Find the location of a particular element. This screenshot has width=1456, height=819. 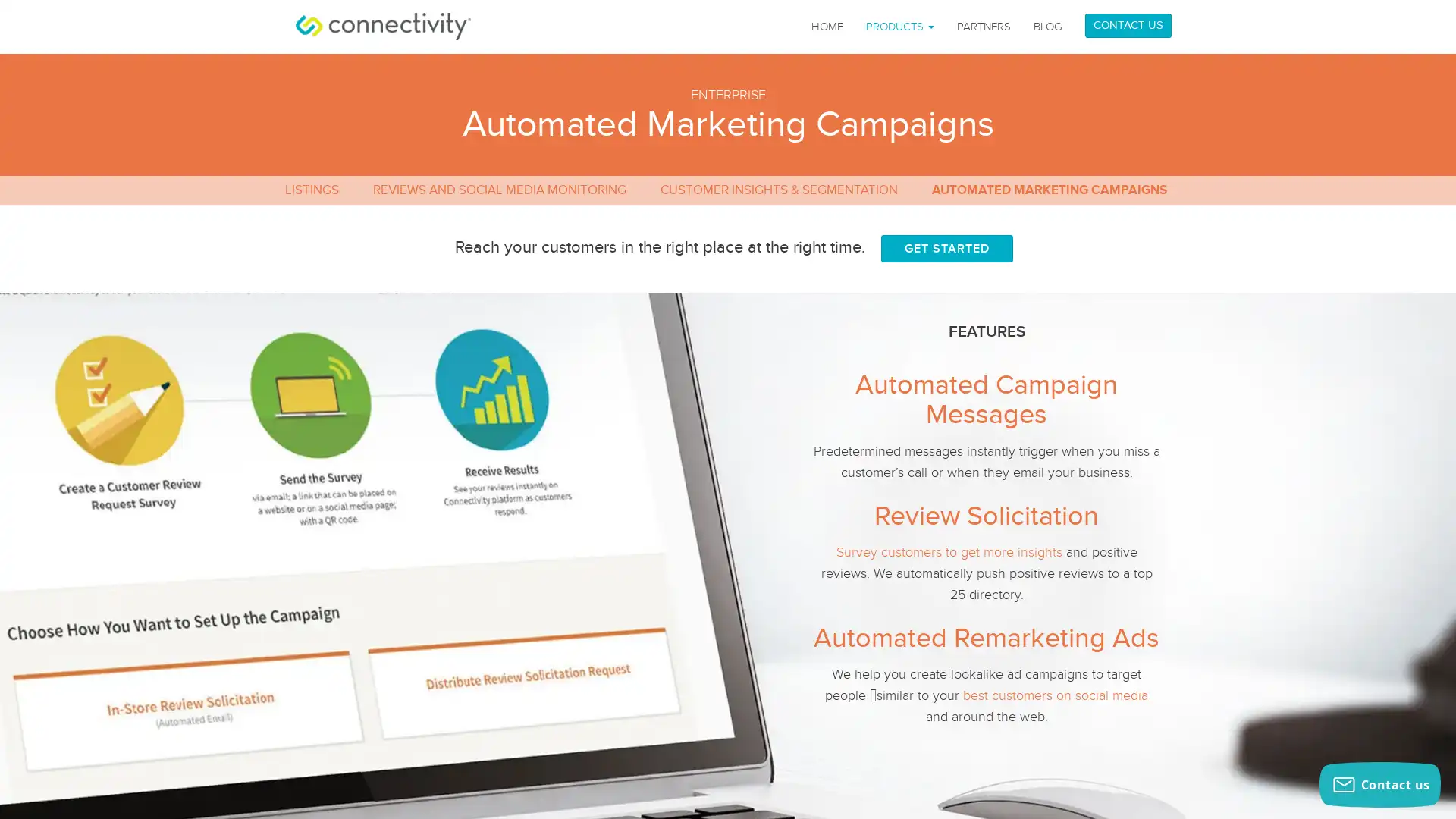

Contact us is located at coordinates (1379, 784).